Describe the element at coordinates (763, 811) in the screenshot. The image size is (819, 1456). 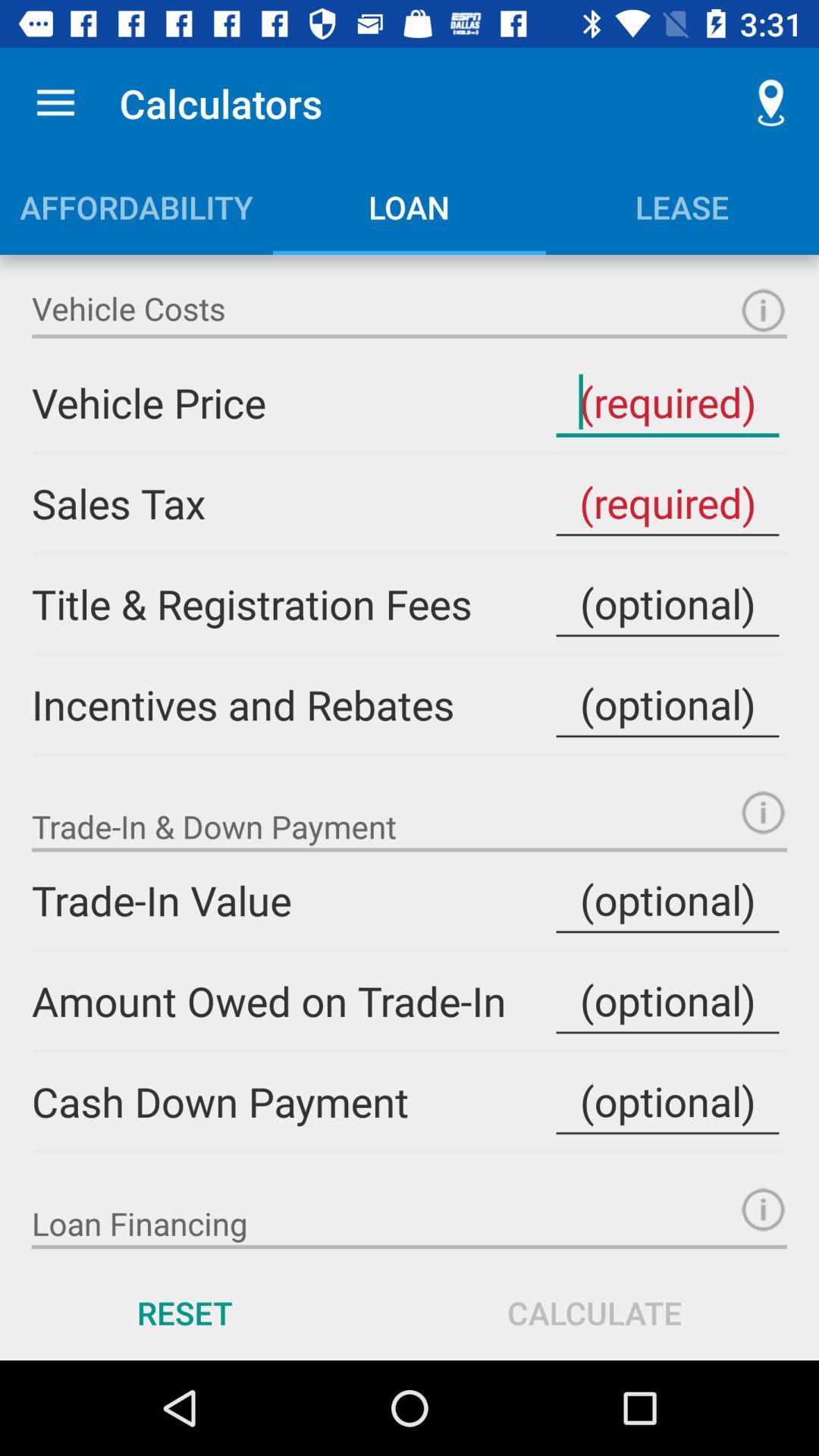
I see `show information` at that location.